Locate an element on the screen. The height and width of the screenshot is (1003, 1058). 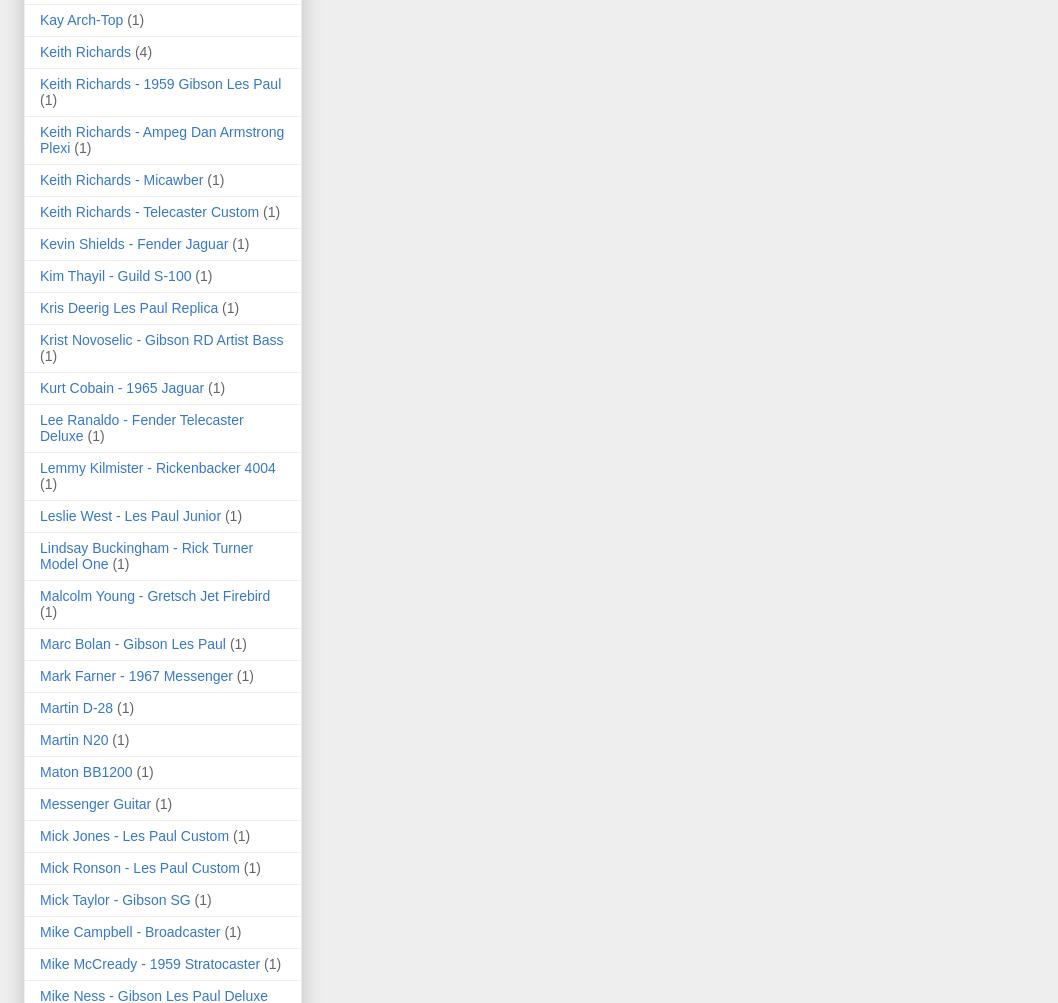
'Mick Taylor - Gibson SG' is located at coordinates (114, 898).